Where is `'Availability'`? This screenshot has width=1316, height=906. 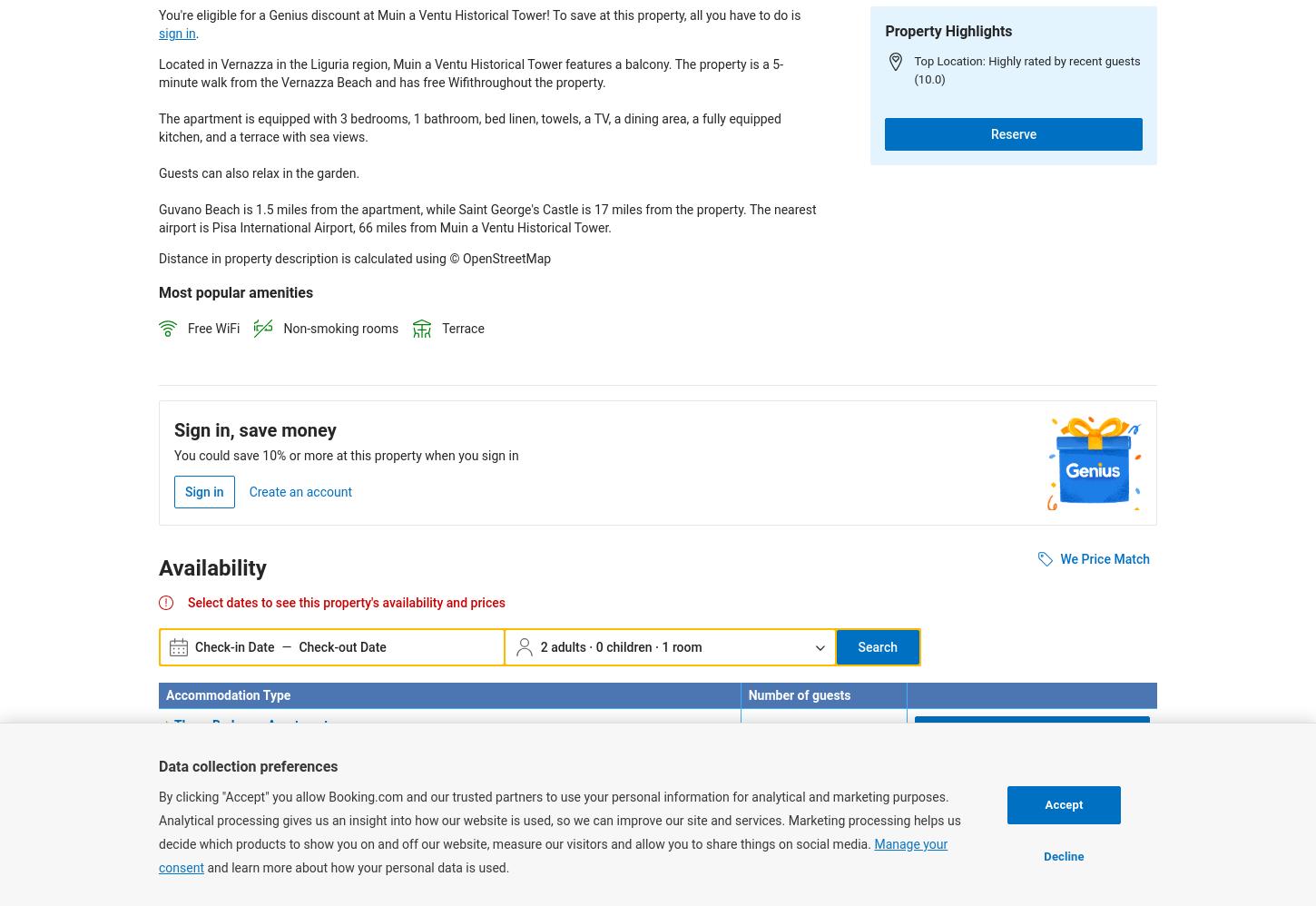 'Availability' is located at coordinates (211, 568).